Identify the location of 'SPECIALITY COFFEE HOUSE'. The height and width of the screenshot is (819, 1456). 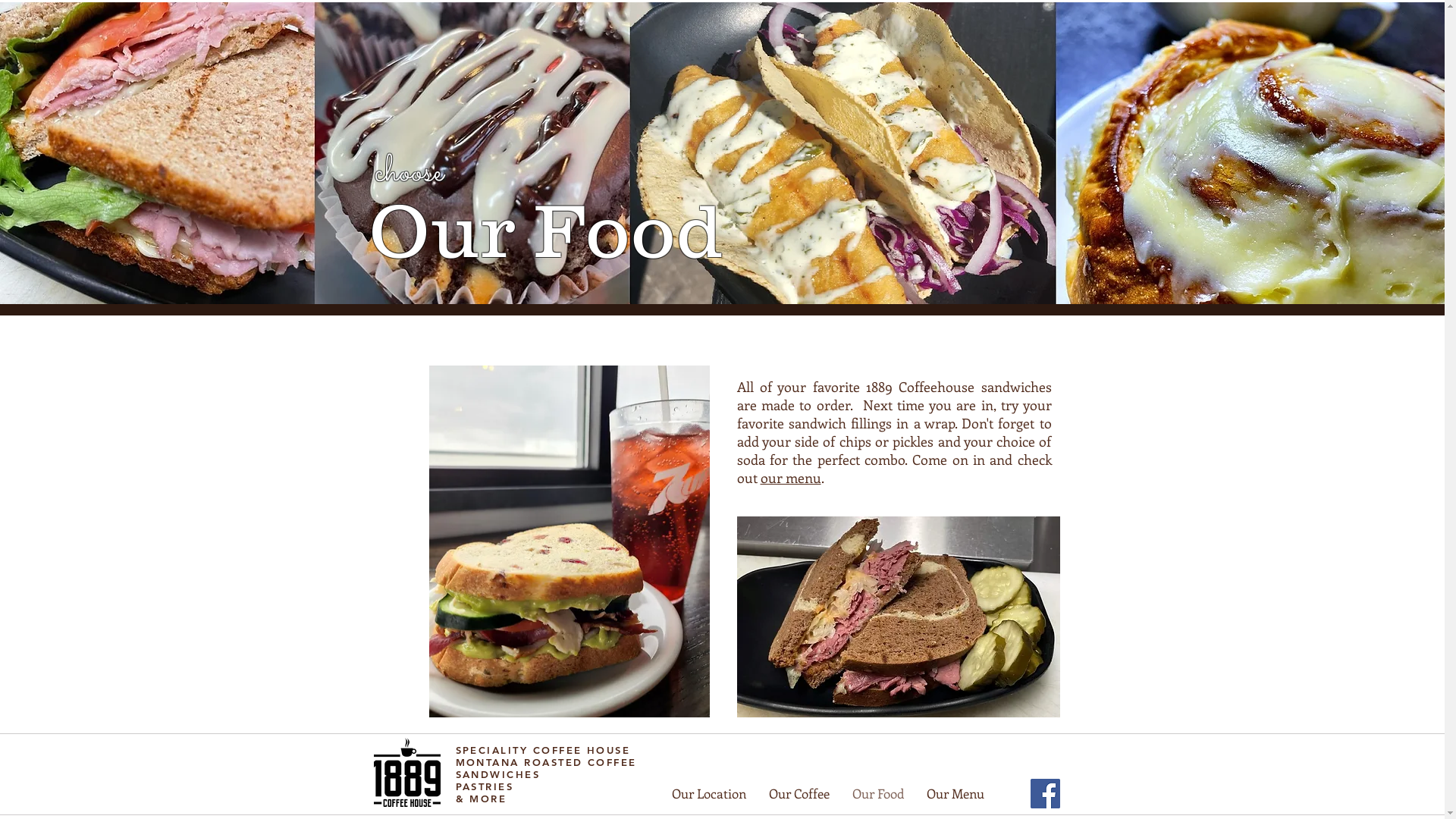
(542, 748).